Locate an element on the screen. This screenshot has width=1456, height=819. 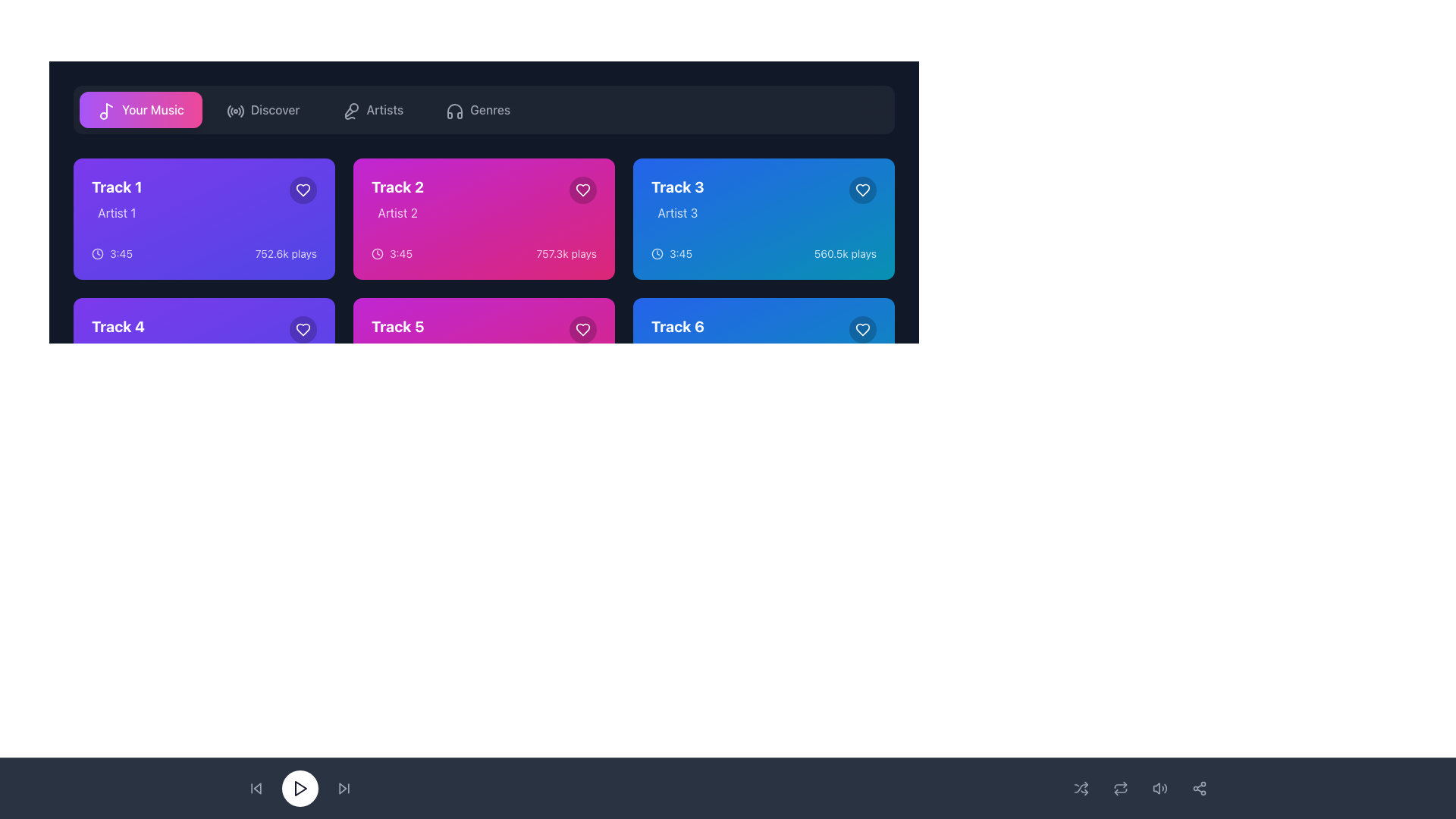
the shuffle icon button located in the bottom navigation bar is located at coordinates (1080, 788).